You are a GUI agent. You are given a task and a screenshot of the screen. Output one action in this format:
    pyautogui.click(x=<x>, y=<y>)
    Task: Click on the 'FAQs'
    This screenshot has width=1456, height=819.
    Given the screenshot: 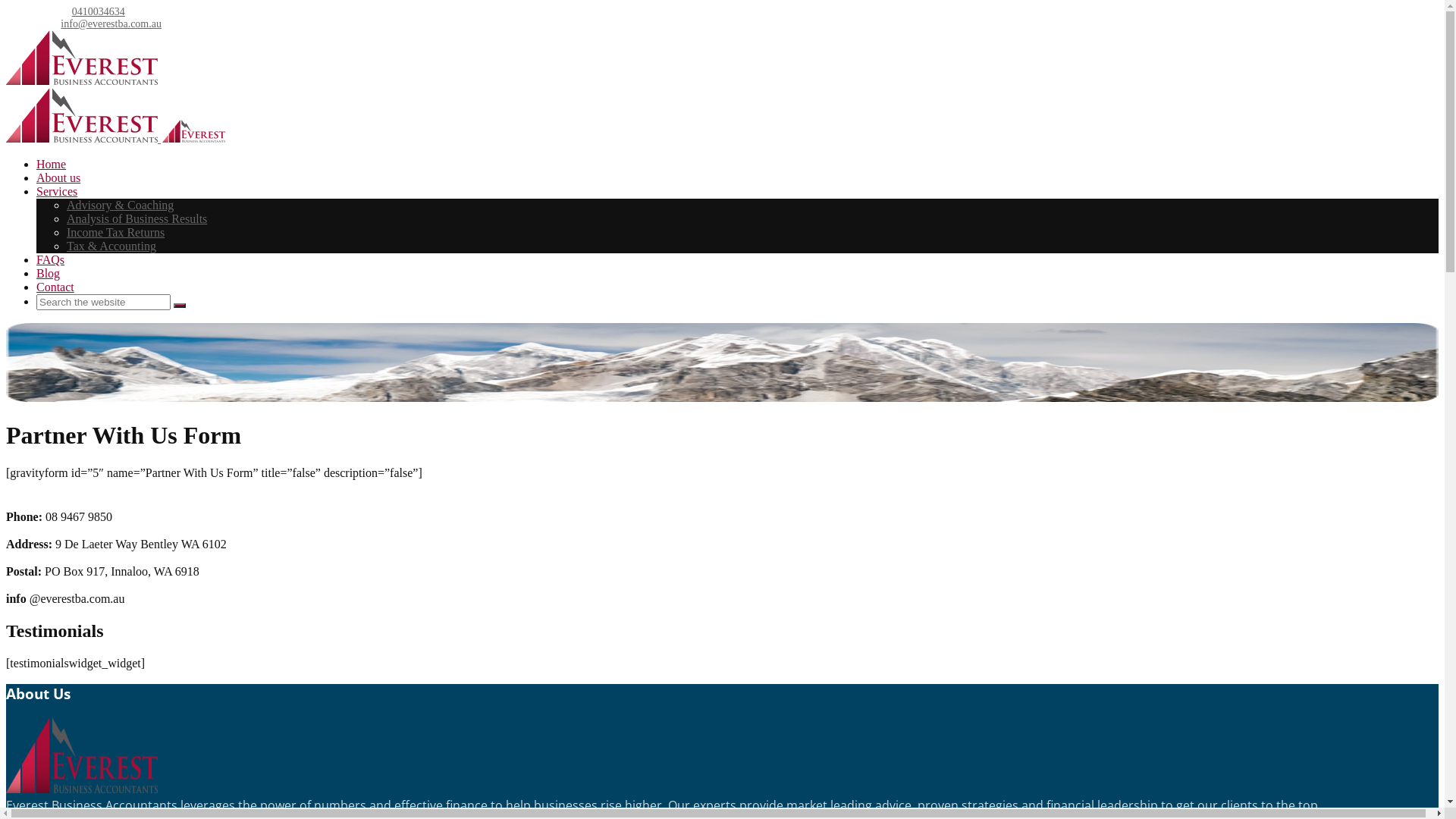 What is the action you would take?
    pyautogui.click(x=50, y=259)
    